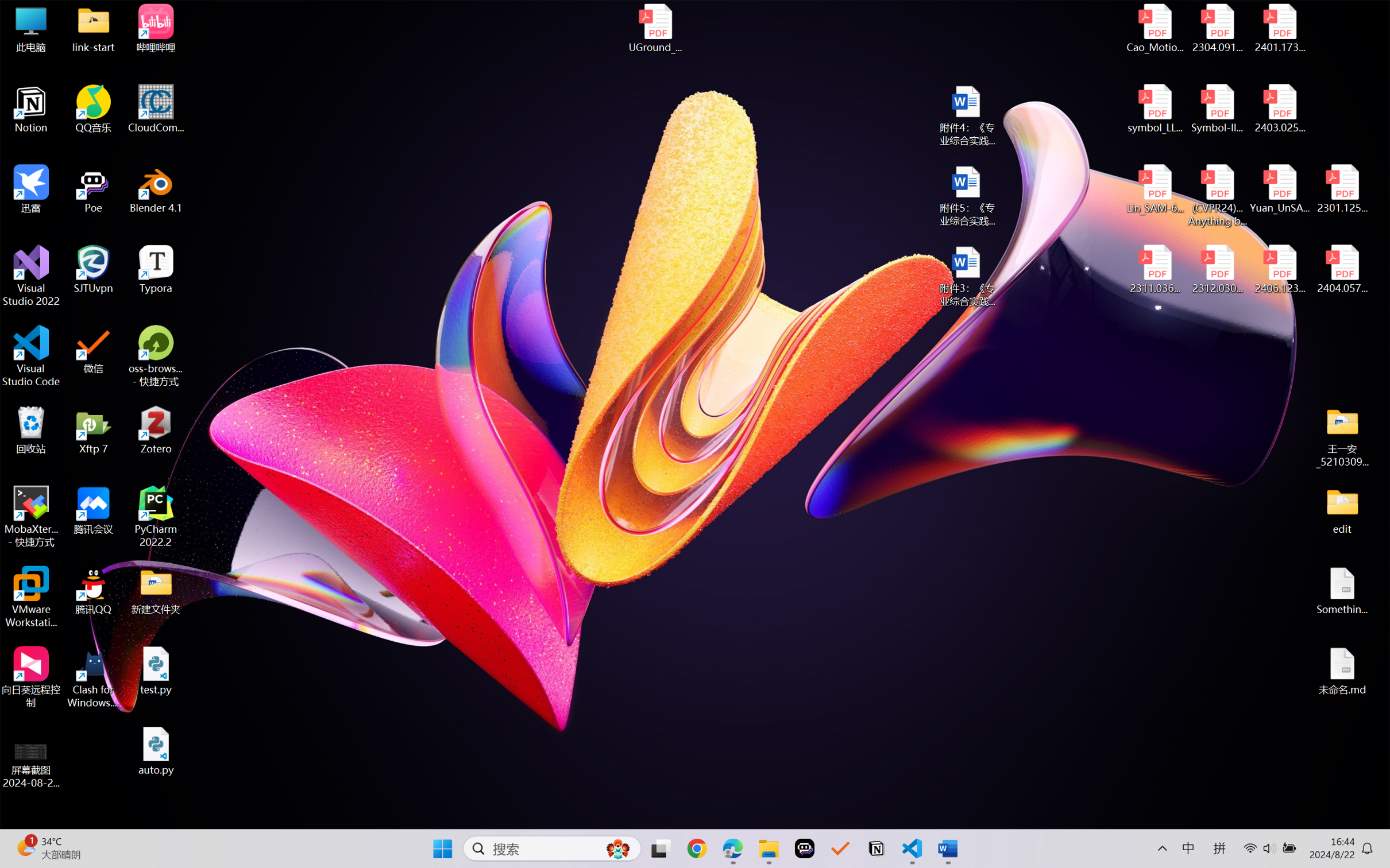 The image size is (1390, 868). What do you see at coordinates (1217, 28) in the screenshot?
I see `'2304.09121v3.pdf'` at bounding box center [1217, 28].